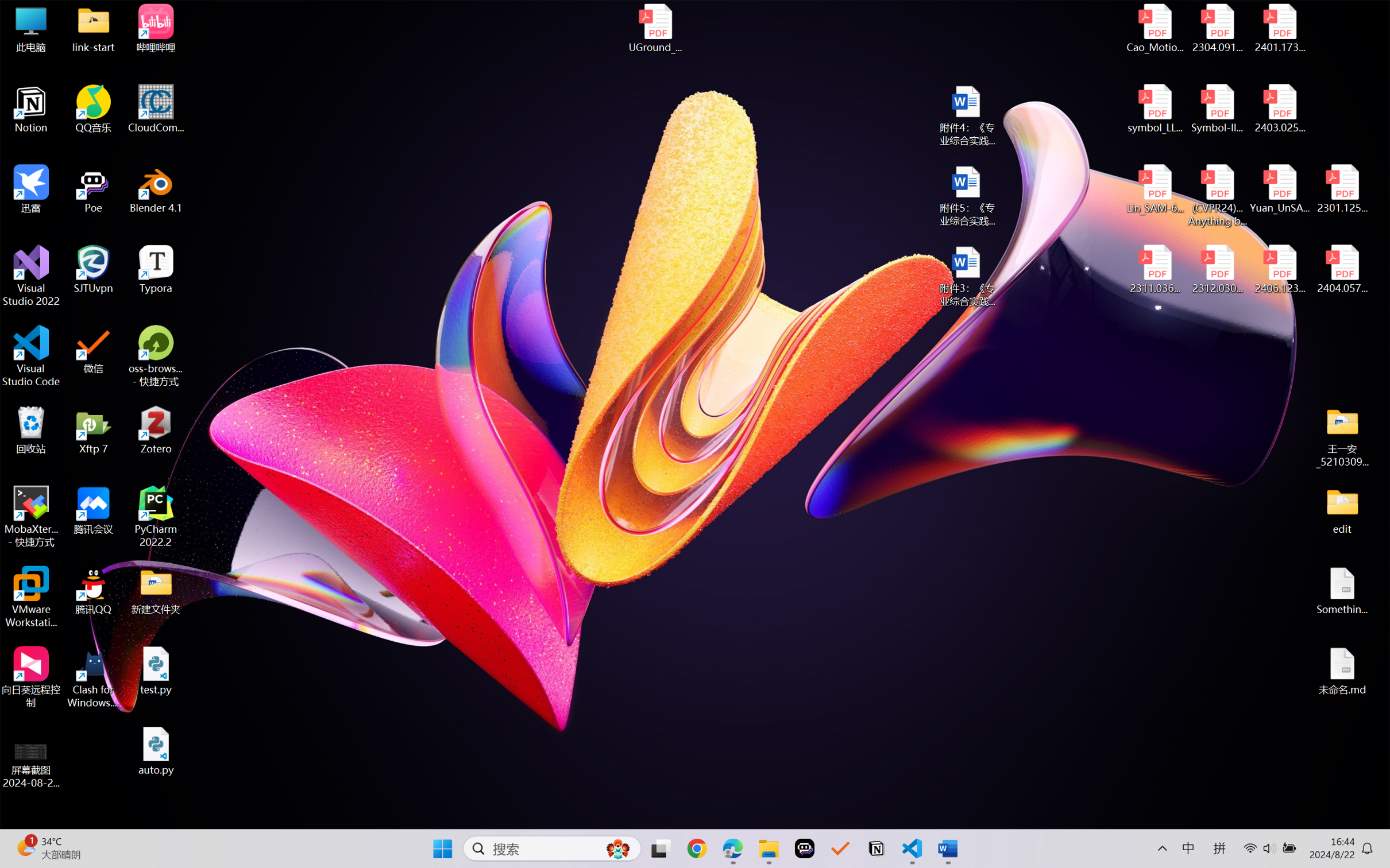 The image size is (1390, 868). What do you see at coordinates (1217, 28) in the screenshot?
I see `'2304.09121v3.pdf'` at bounding box center [1217, 28].